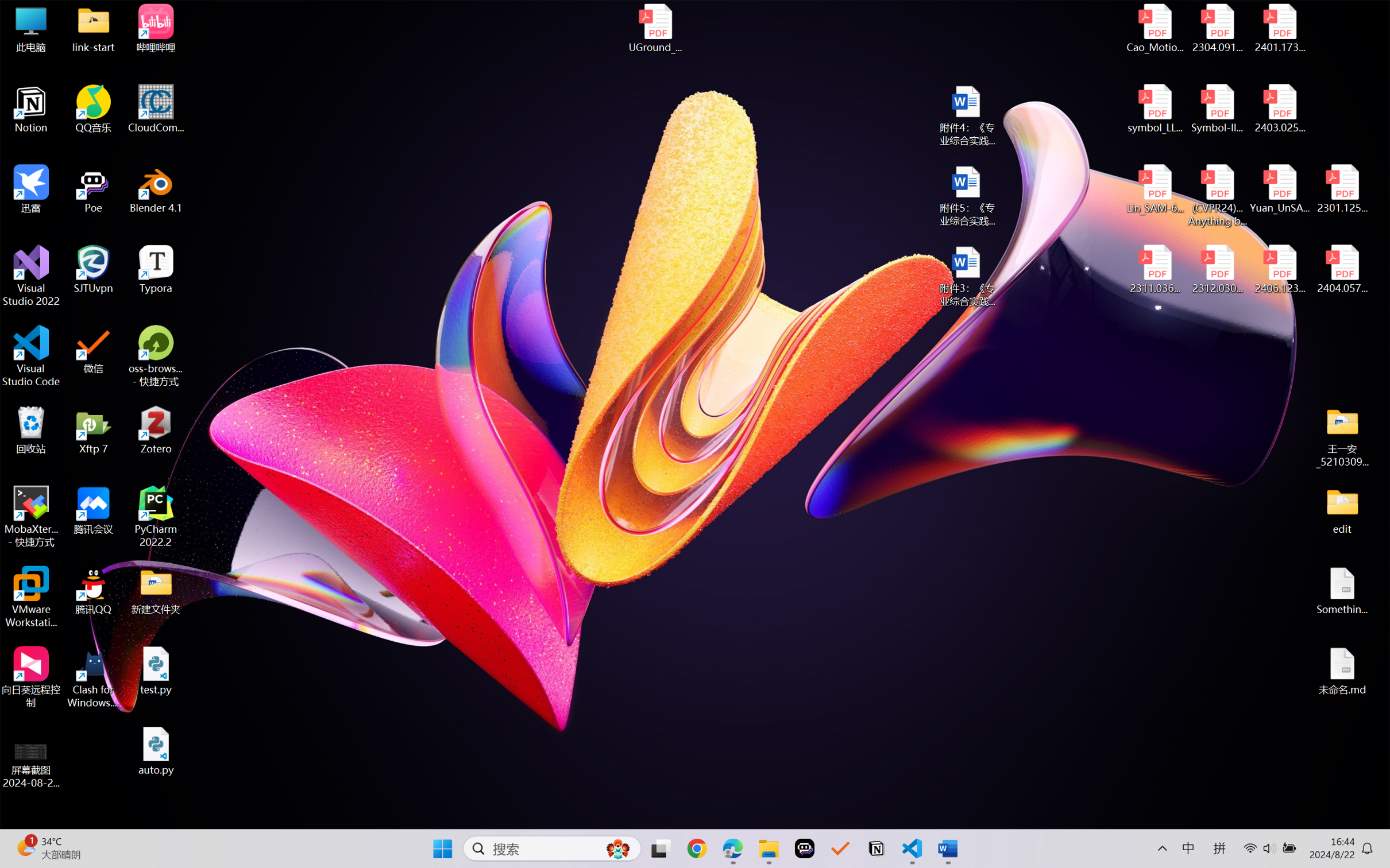 The image size is (1390, 868). What do you see at coordinates (1217, 28) in the screenshot?
I see `'2304.09121v3.pdf'` at bounding box center [1217, 28].